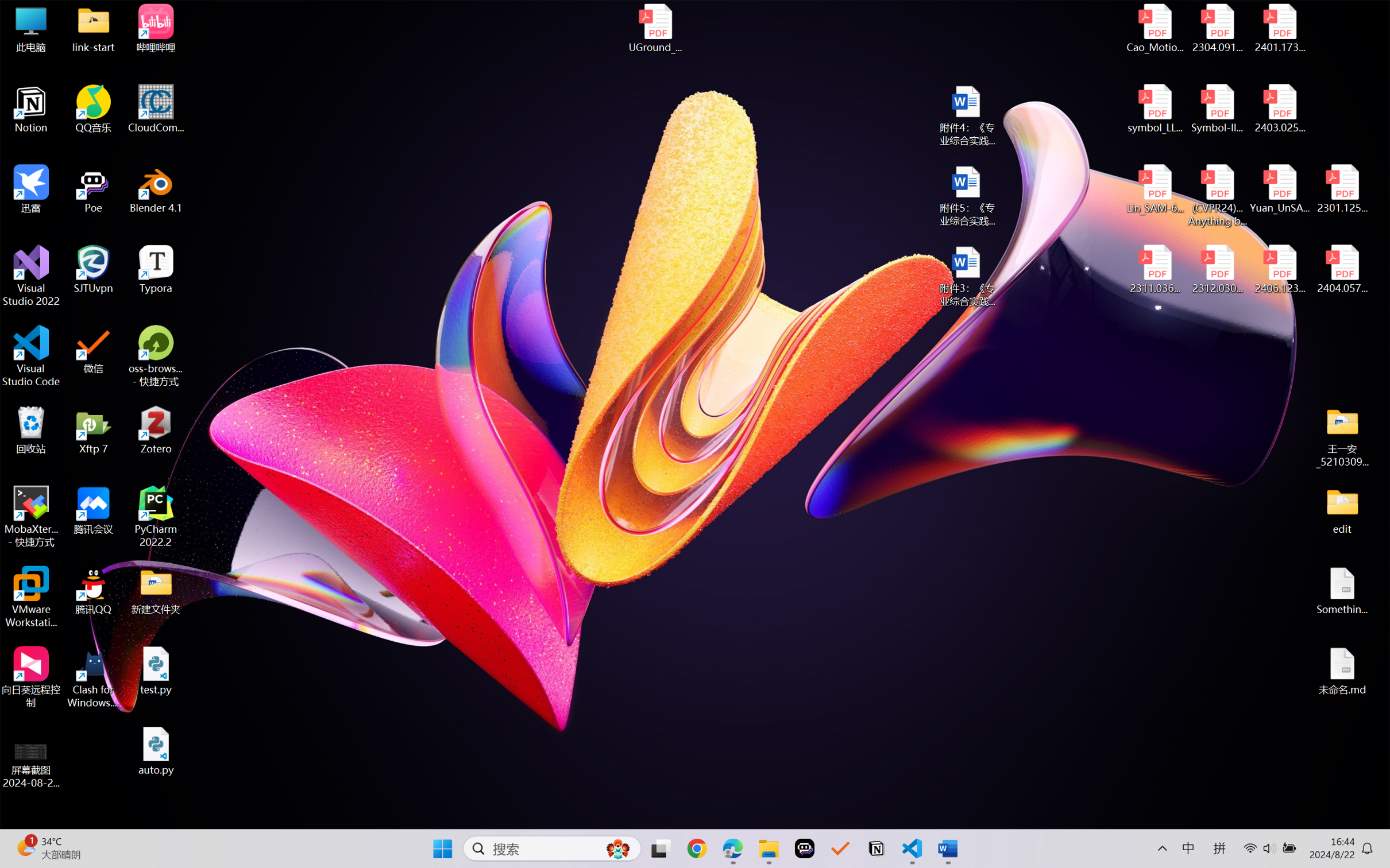 The image size is (1390, 868). What do you see at coordinates (1217, 28) in the screenshot?
I see `'2304.09121v3.pdf'` at bounding box center [1217, 28].